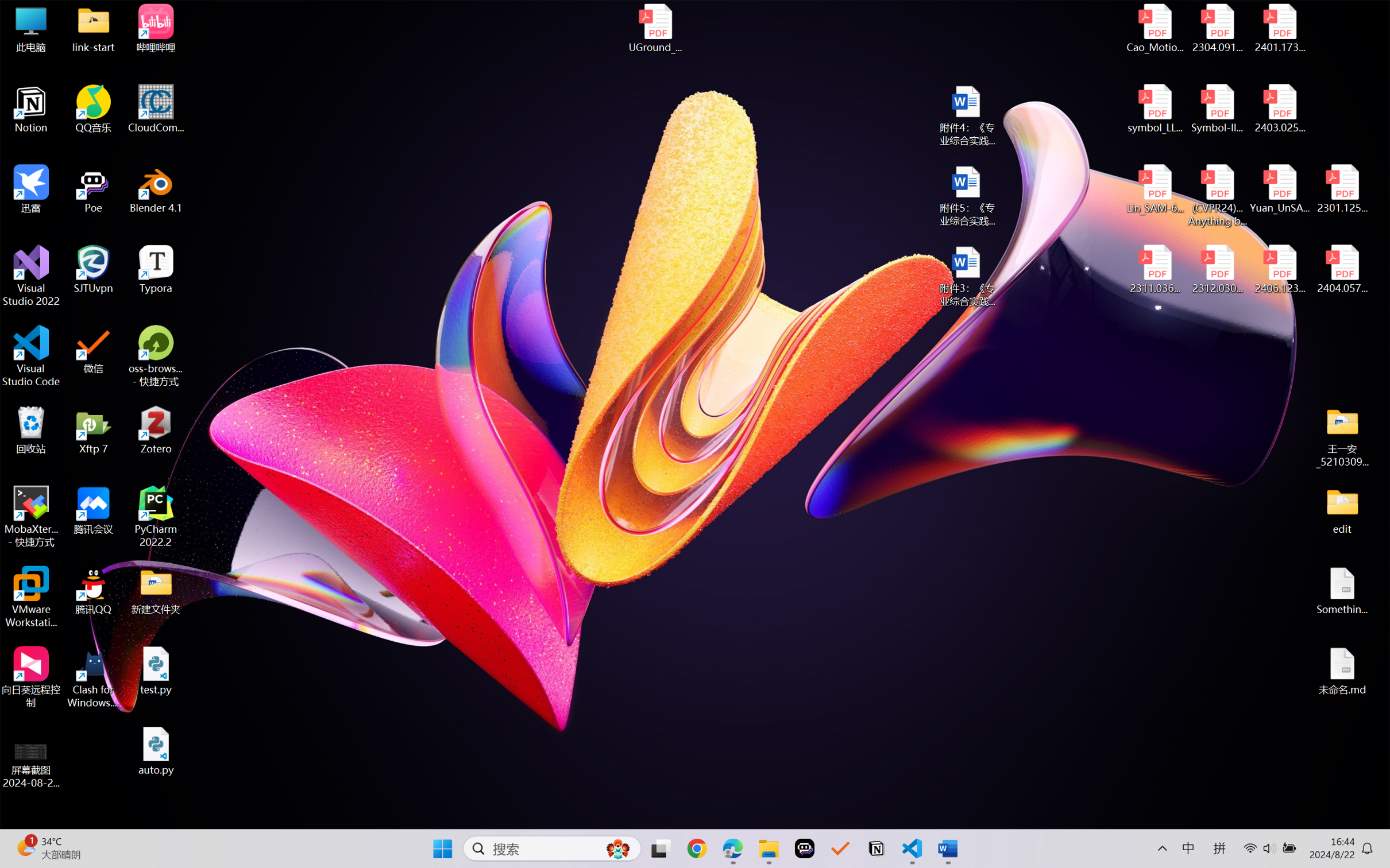 The image size is (1390, 868). What do you see at coordinates (1217, 28) in the screenshot?
I see `'2304.09121v3.pdf'` at bounding box center [1217, 28].